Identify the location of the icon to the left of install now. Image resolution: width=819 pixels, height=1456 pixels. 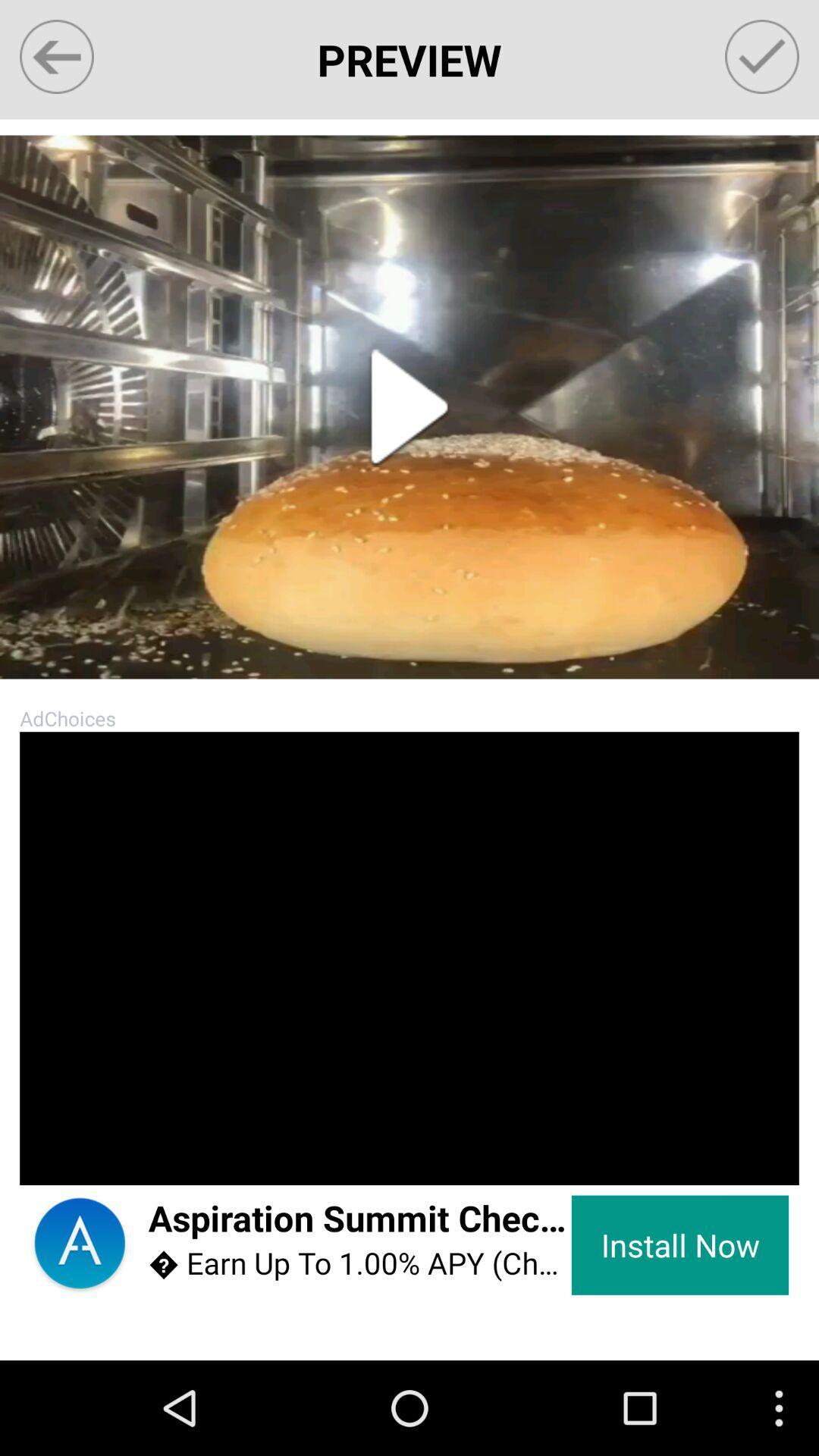
(359, 1219).